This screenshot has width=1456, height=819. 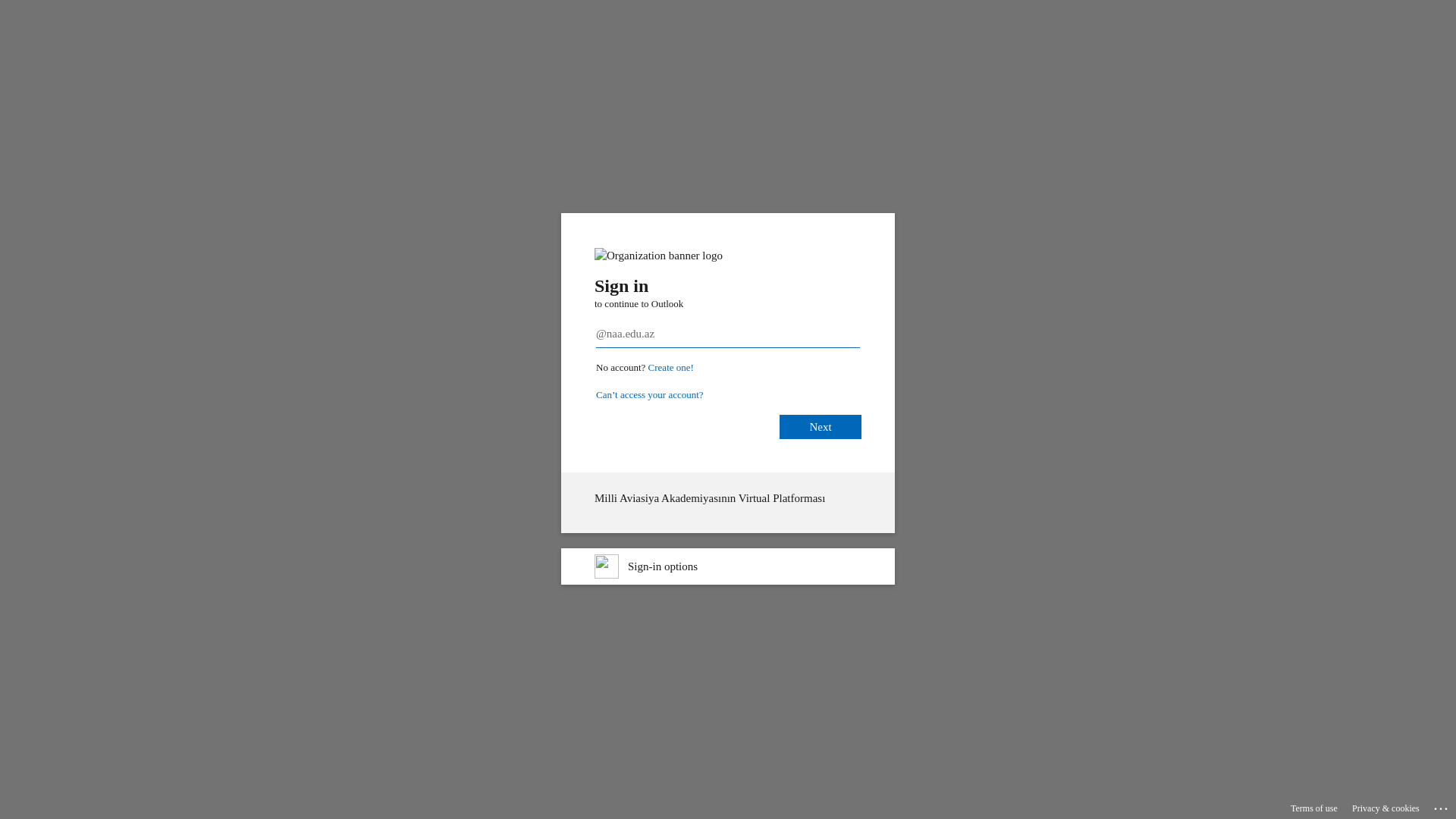 What do you see at coordinates (670, 367) in the screenshot?
I see `'Create one!'` at bounding box center [670, 367].